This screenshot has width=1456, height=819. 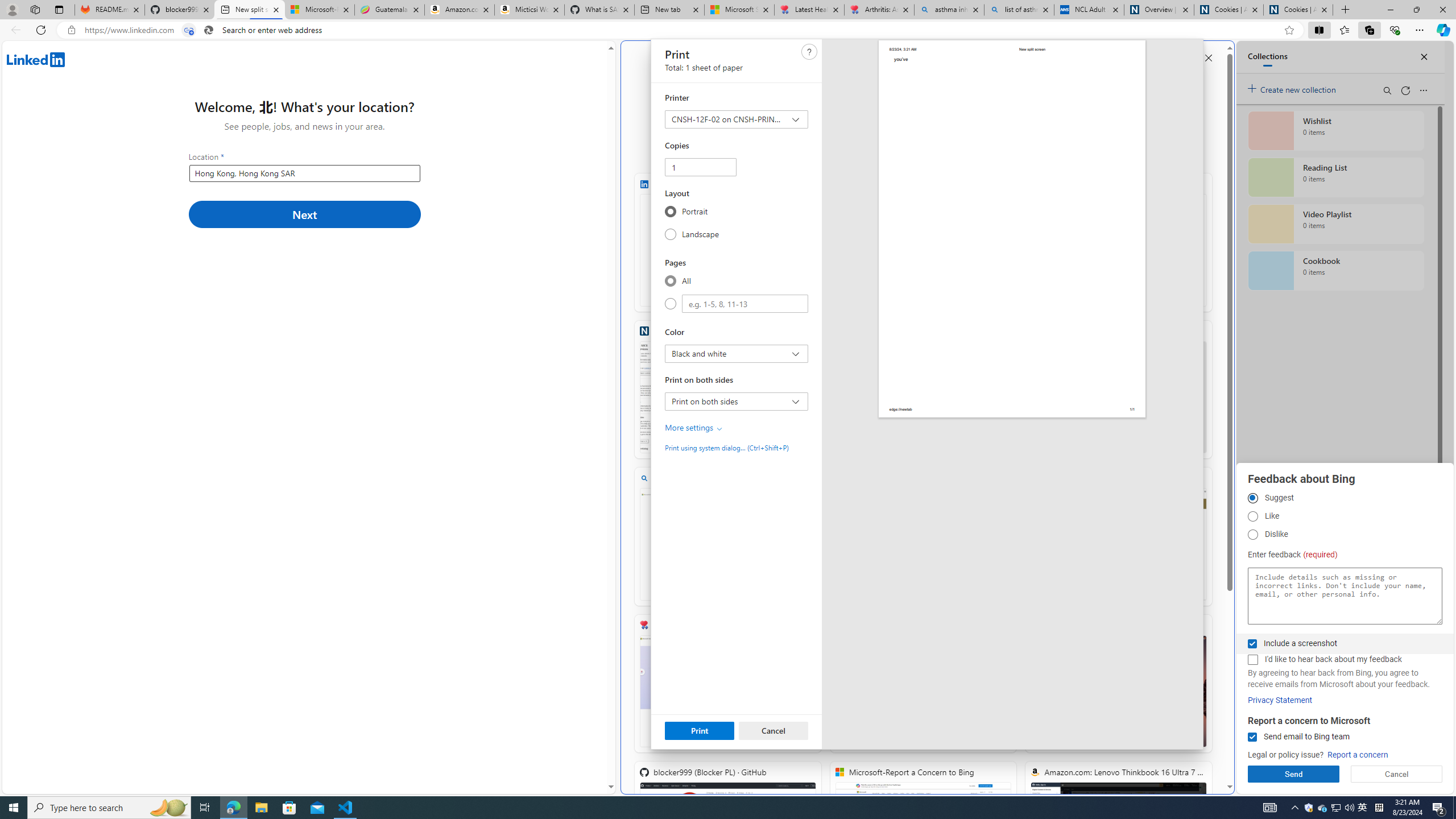 I want to click on 'Cancel', so click(x=772, y=730).